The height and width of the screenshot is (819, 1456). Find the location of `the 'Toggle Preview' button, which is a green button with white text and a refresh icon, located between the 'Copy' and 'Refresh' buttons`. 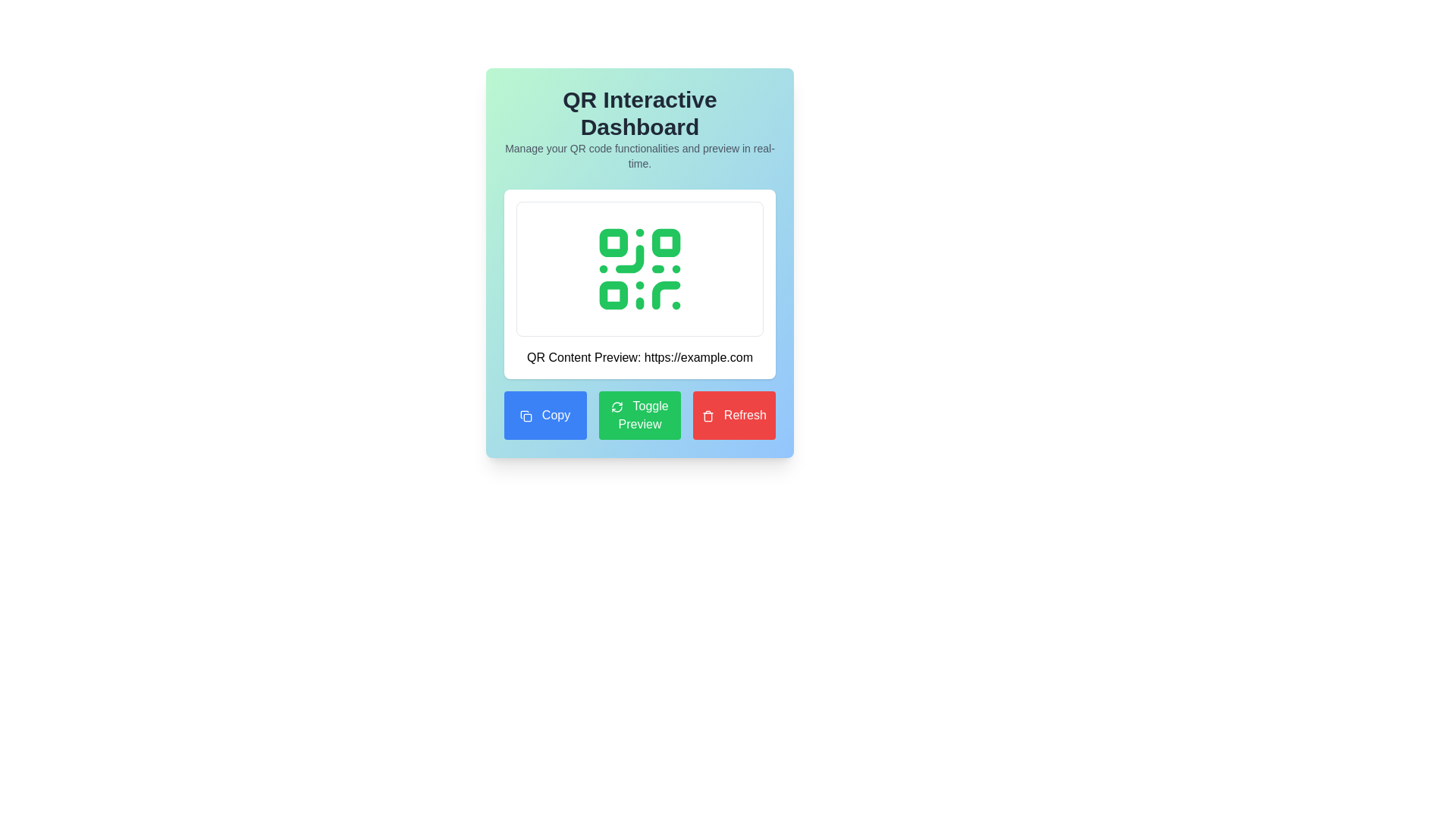

the 'Toggle Preview' button, which is a green button with white text and a refresh icon, located between the 'Copy' and 'Refresh' buttons is located at coordinates (640, 415).